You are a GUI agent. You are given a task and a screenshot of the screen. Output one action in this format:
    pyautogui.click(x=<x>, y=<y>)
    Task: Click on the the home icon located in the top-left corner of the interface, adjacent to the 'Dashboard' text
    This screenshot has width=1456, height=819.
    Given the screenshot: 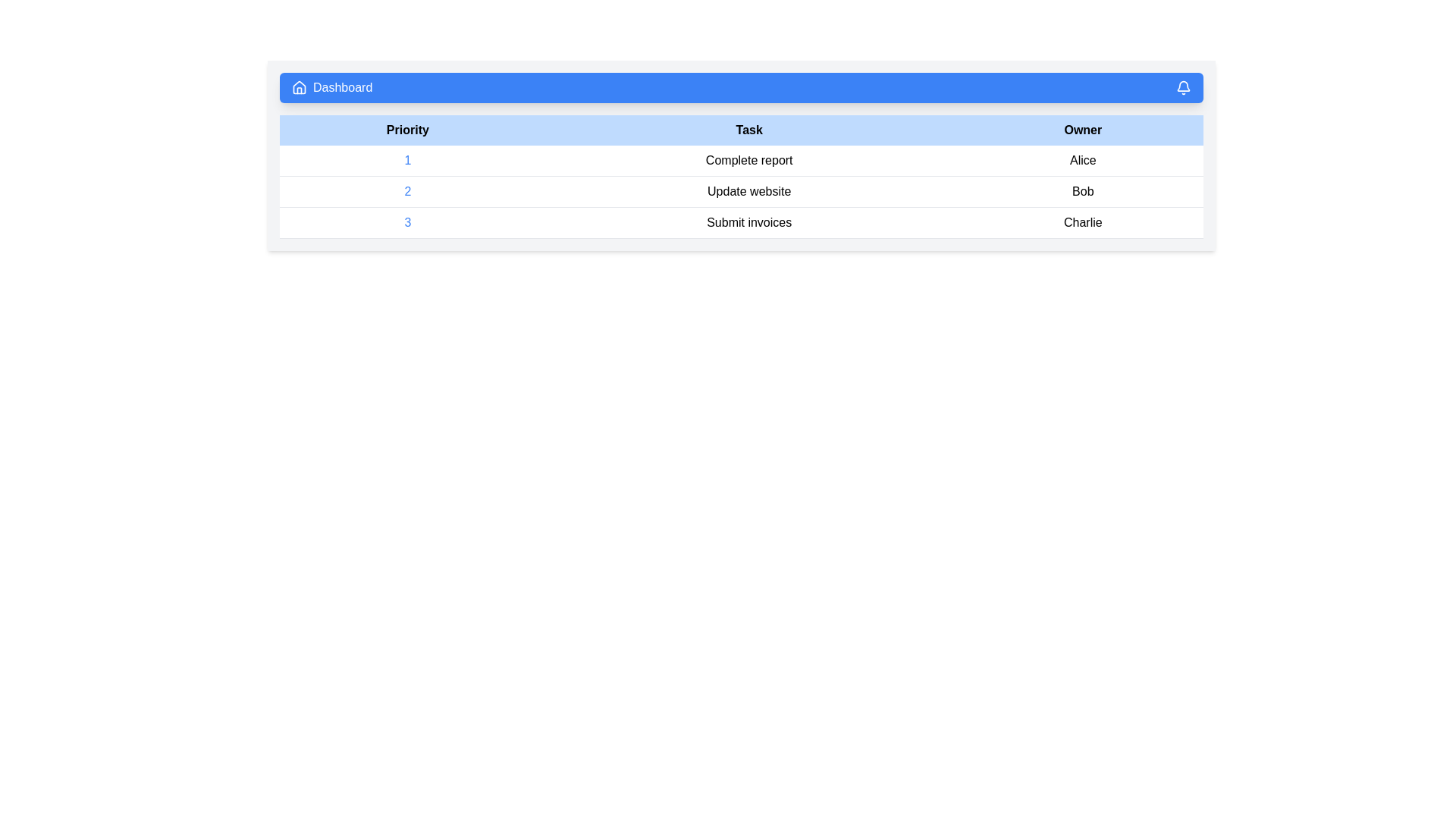 What is the action you would take?
    pyautogui.click(x=299, y=87)
    